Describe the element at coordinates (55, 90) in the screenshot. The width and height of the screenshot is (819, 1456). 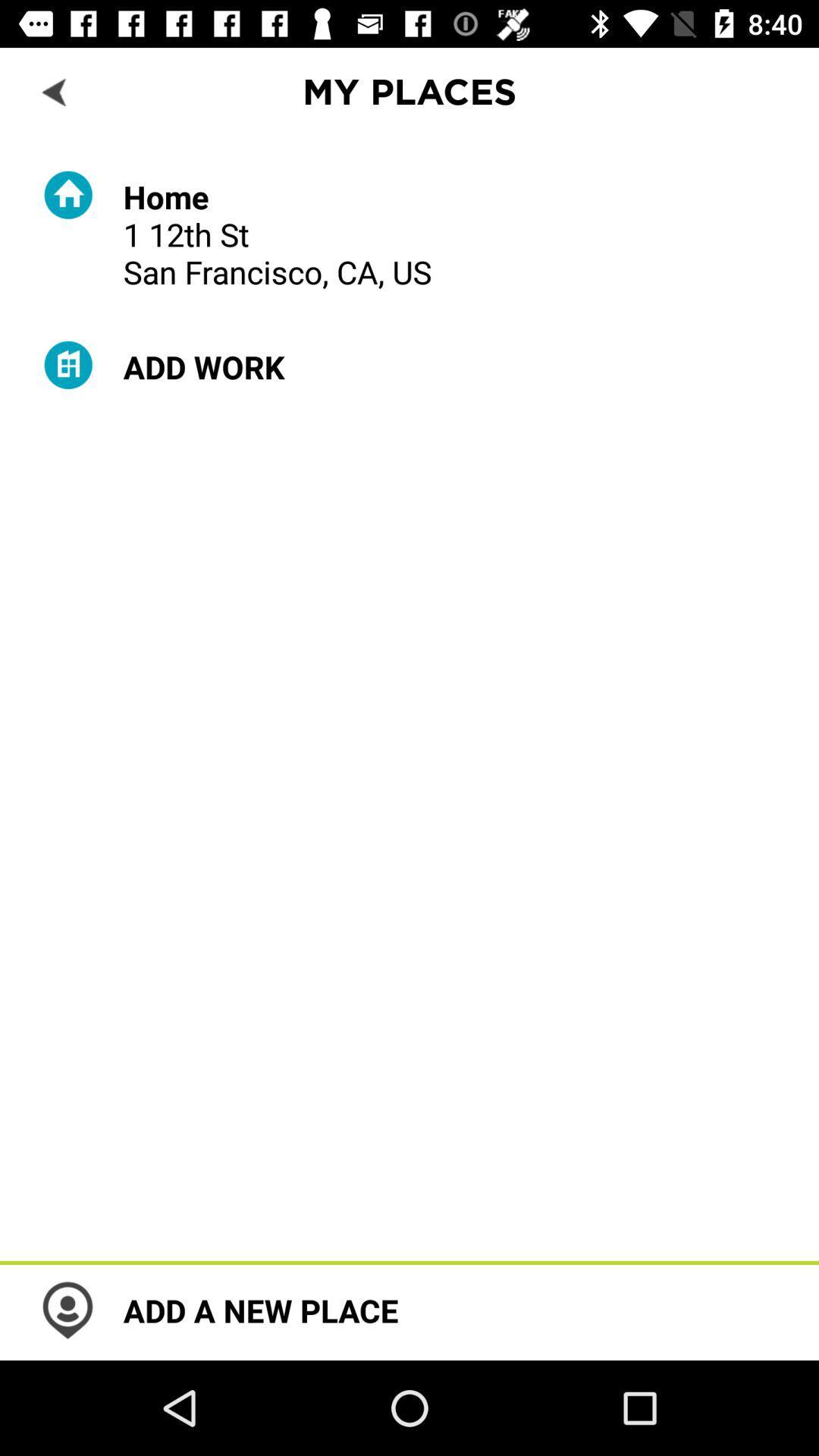
I see `go back` at that location.